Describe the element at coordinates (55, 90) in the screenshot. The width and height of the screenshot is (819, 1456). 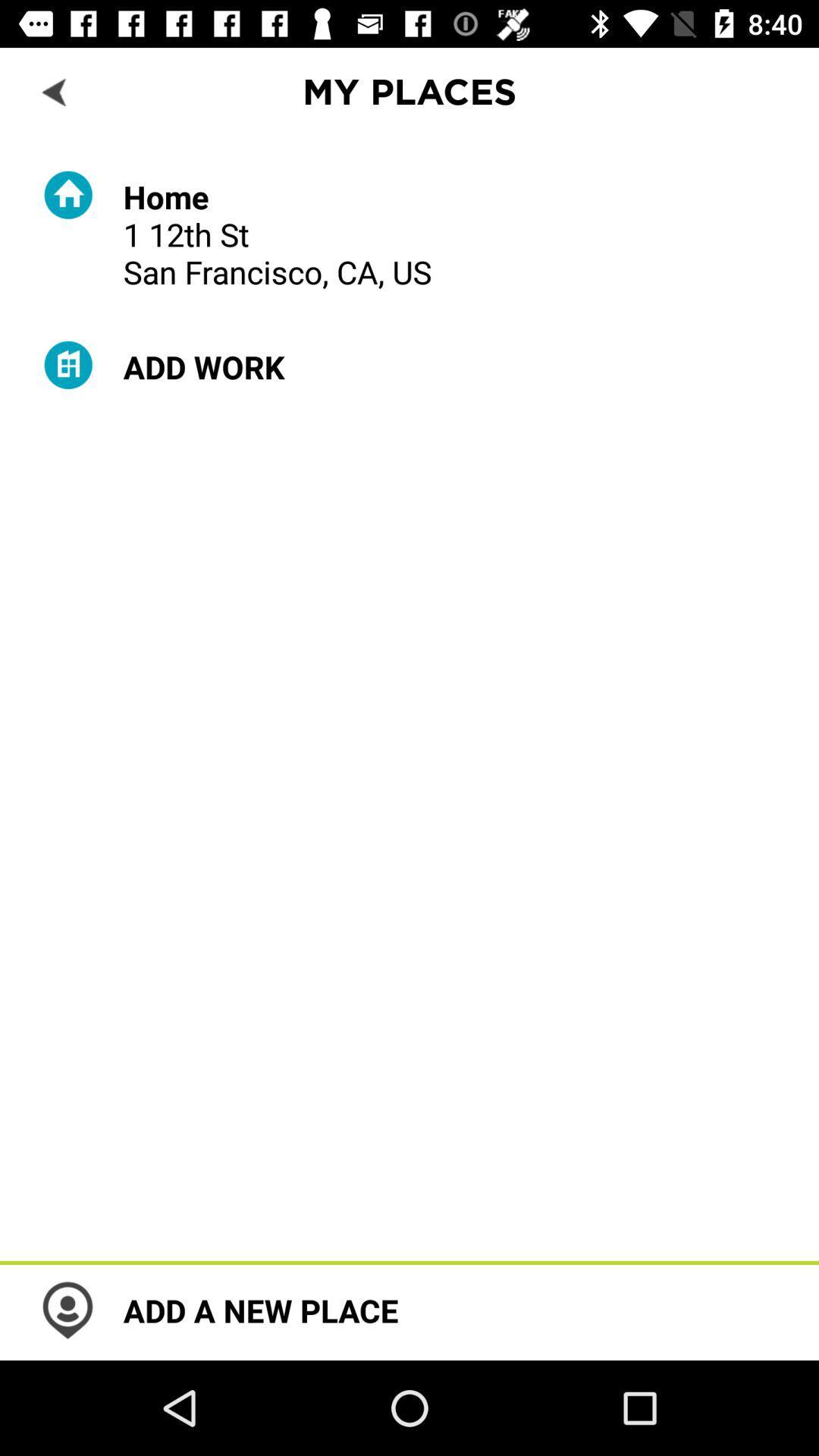
I see `go back` at that location.